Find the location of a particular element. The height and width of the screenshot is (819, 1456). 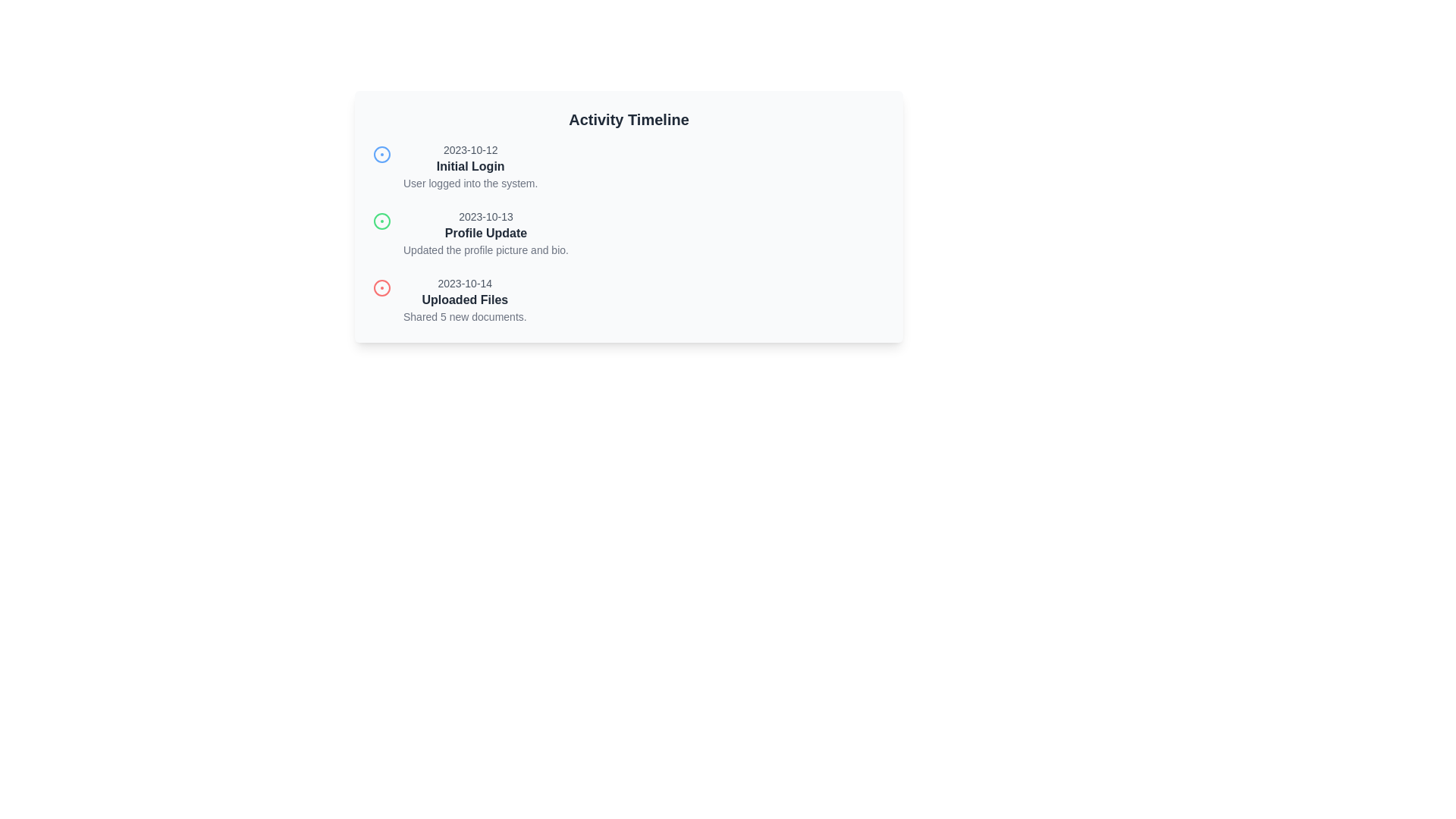

the 'Profile Update' text element, which is styled with medium-sized, bold, dark gray font and located in the activity timeline panel under the '2023-10-13' date entry is located at coordinates (485, 234).